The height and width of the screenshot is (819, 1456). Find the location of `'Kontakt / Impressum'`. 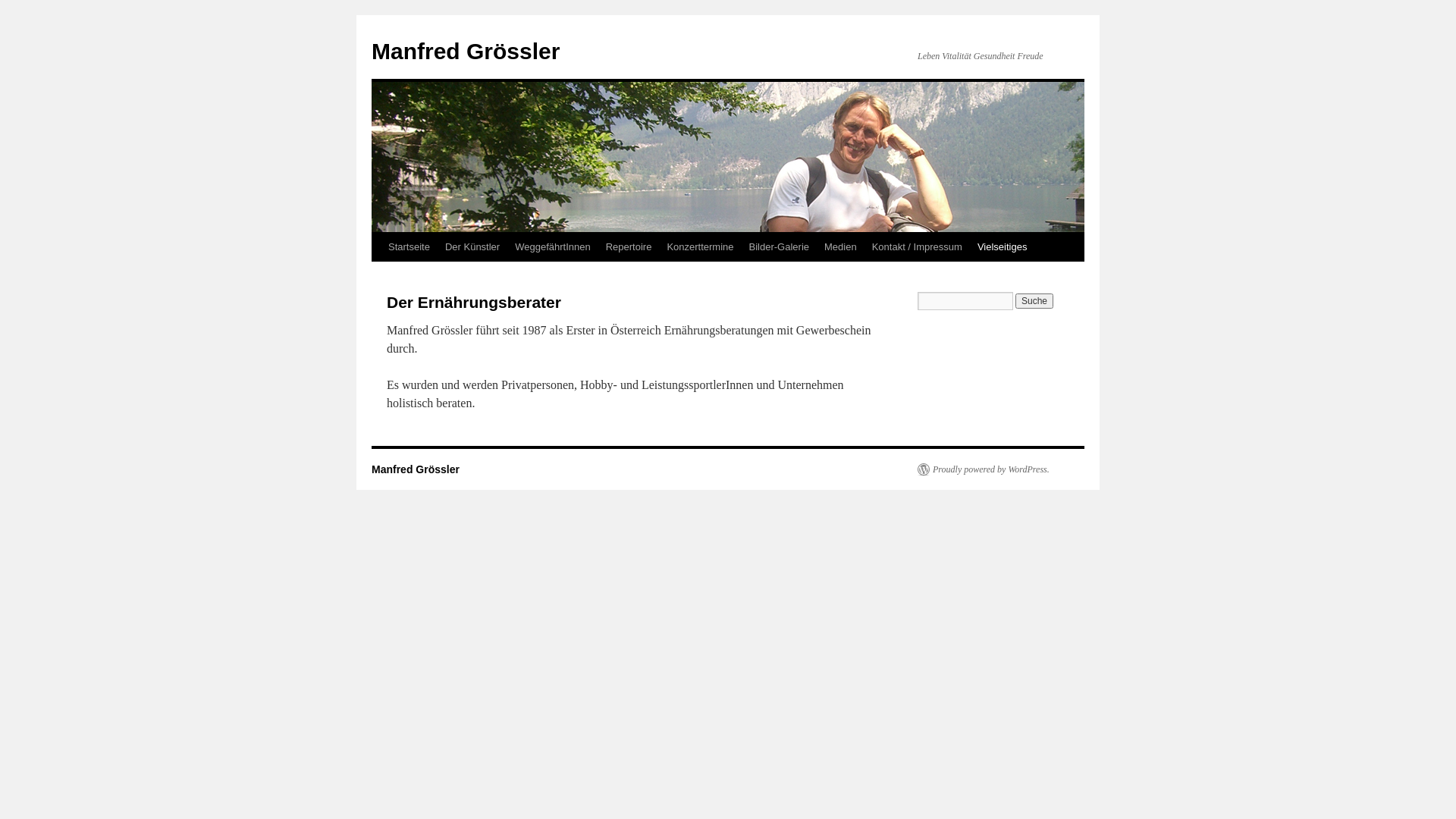

'Kontakt / Impressum' is located at coordinates (864, 246).